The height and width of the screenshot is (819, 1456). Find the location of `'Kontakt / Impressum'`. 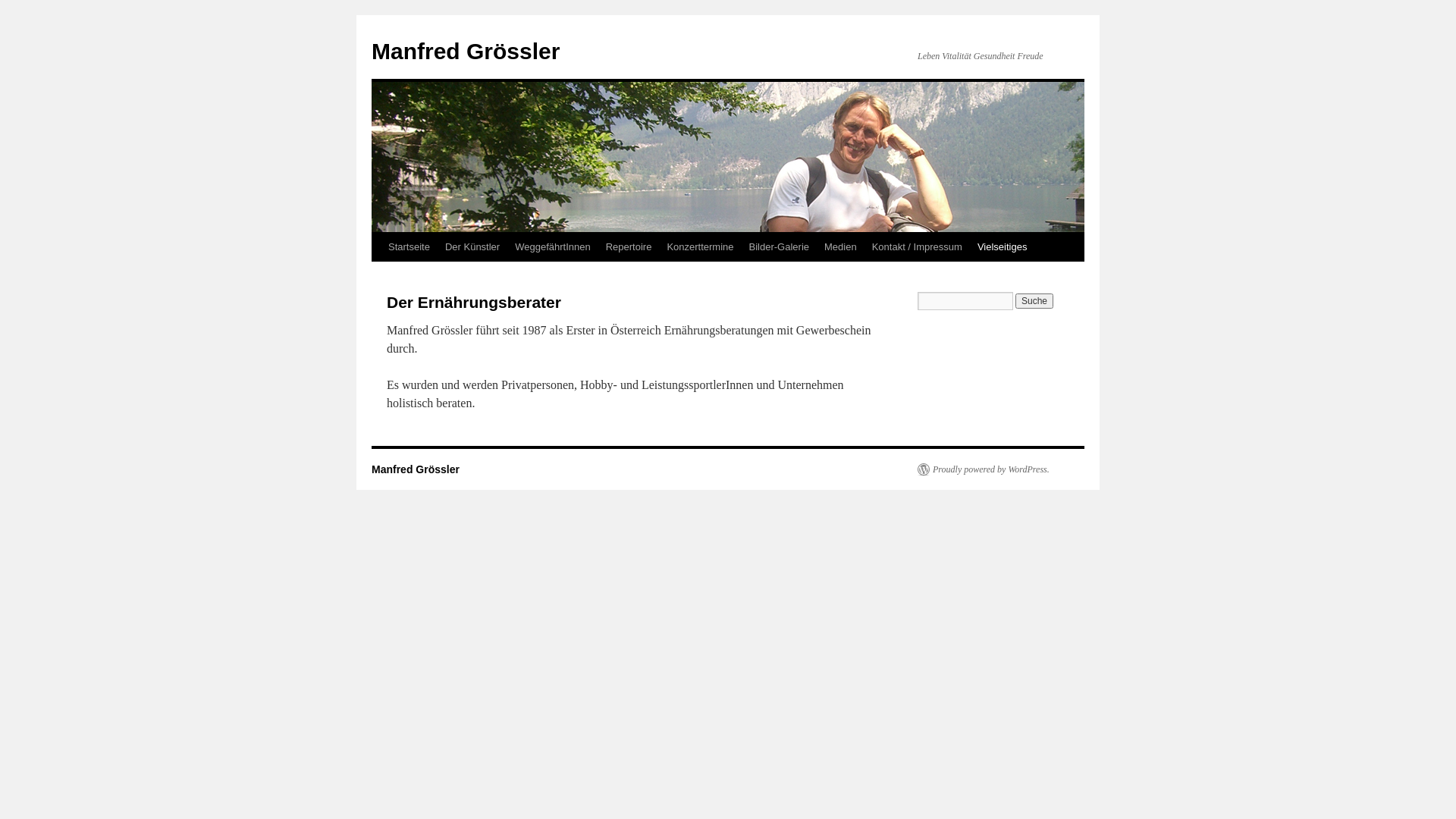

'Kontakt / Impressum' is located at coordinates (864, 246).